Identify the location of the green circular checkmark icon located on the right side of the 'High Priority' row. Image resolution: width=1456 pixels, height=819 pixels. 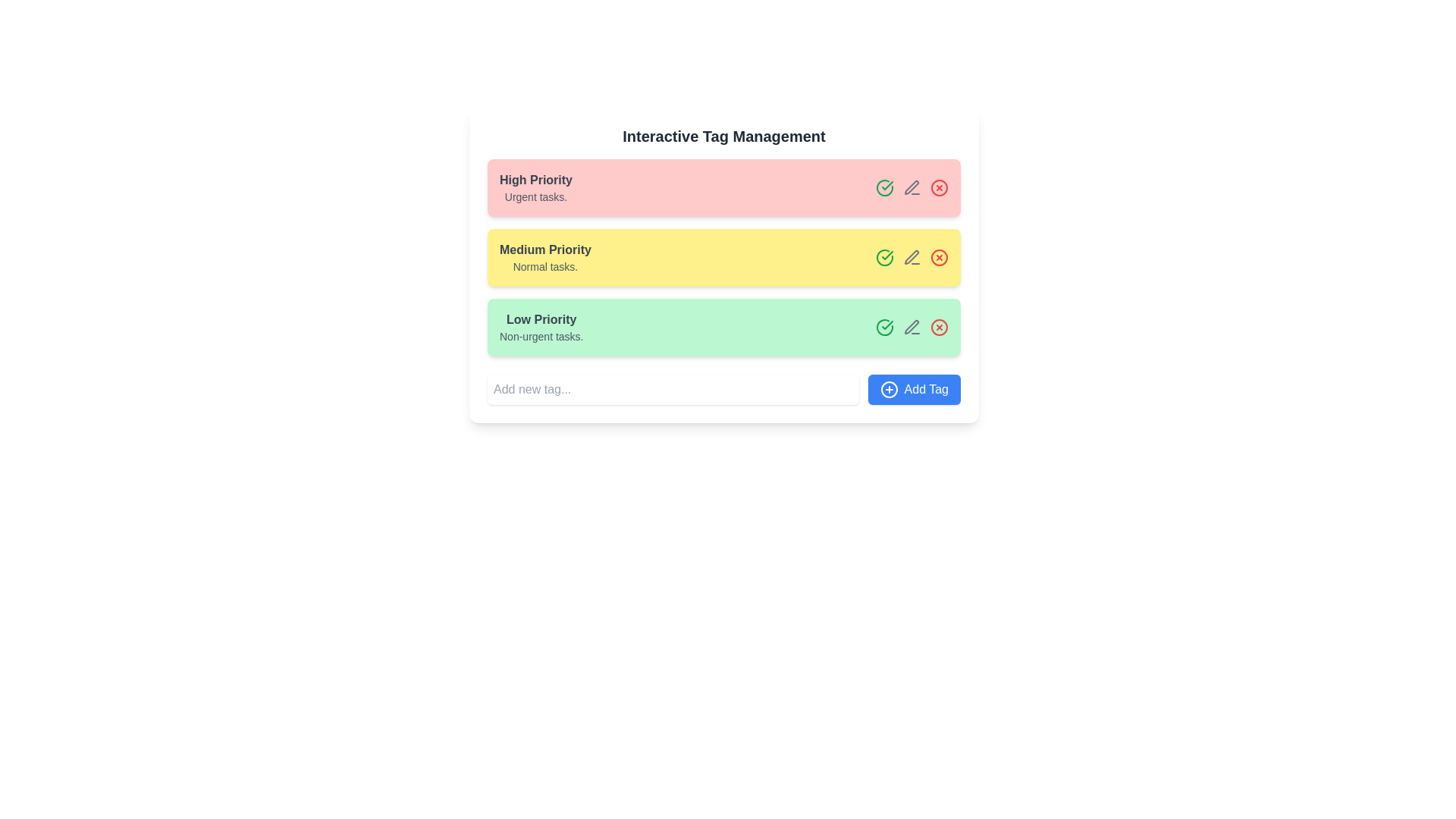
(884, 187).